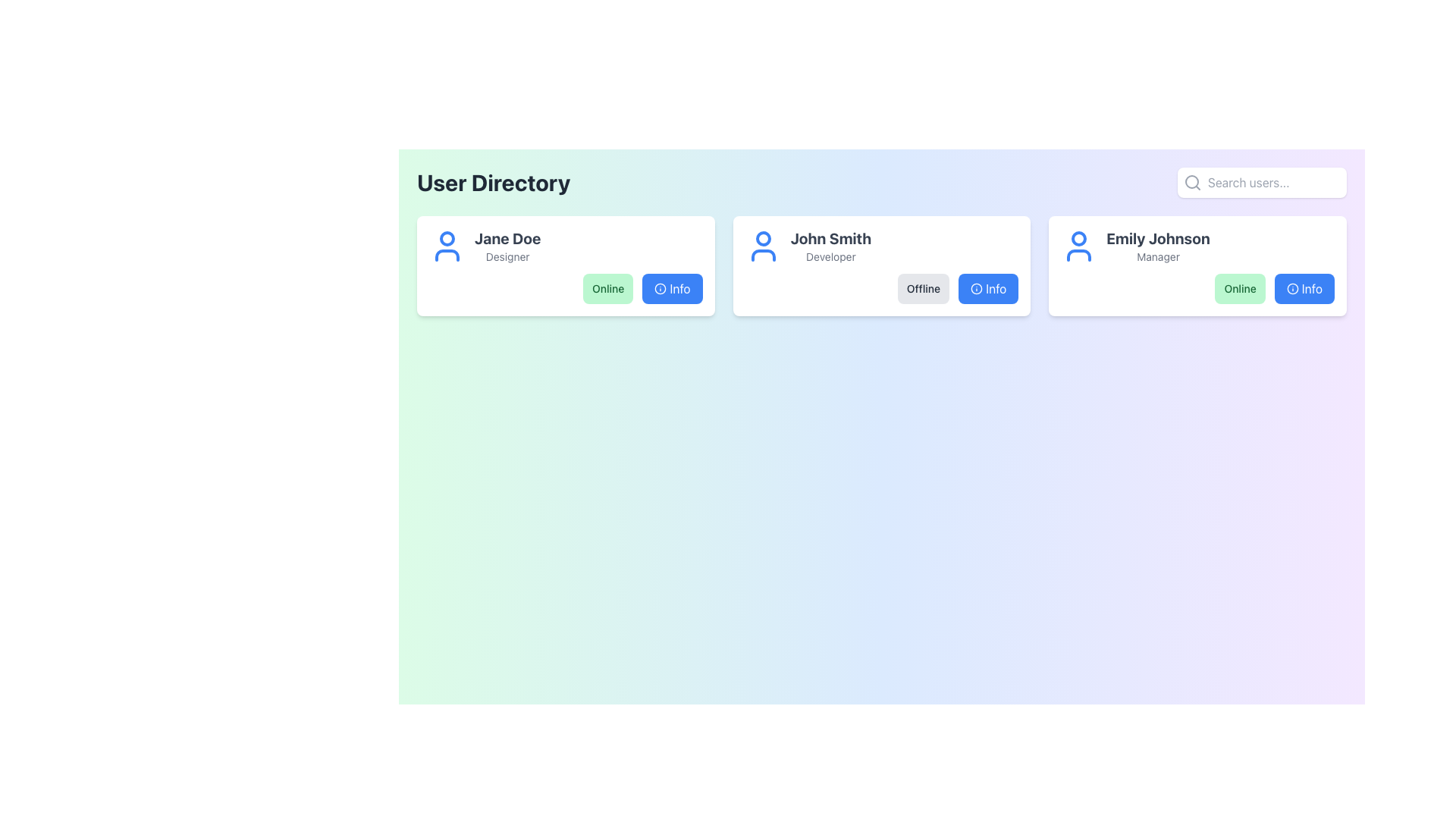 The height and width of the screenshot is (819, 1456). What do you see at coordinates (672, 289) in the screenshot?
I see `the button located at the bottom-right corner of Jane Doe's user card in the User Directory to observe the hover behavior` at bounding box center [672, 289].